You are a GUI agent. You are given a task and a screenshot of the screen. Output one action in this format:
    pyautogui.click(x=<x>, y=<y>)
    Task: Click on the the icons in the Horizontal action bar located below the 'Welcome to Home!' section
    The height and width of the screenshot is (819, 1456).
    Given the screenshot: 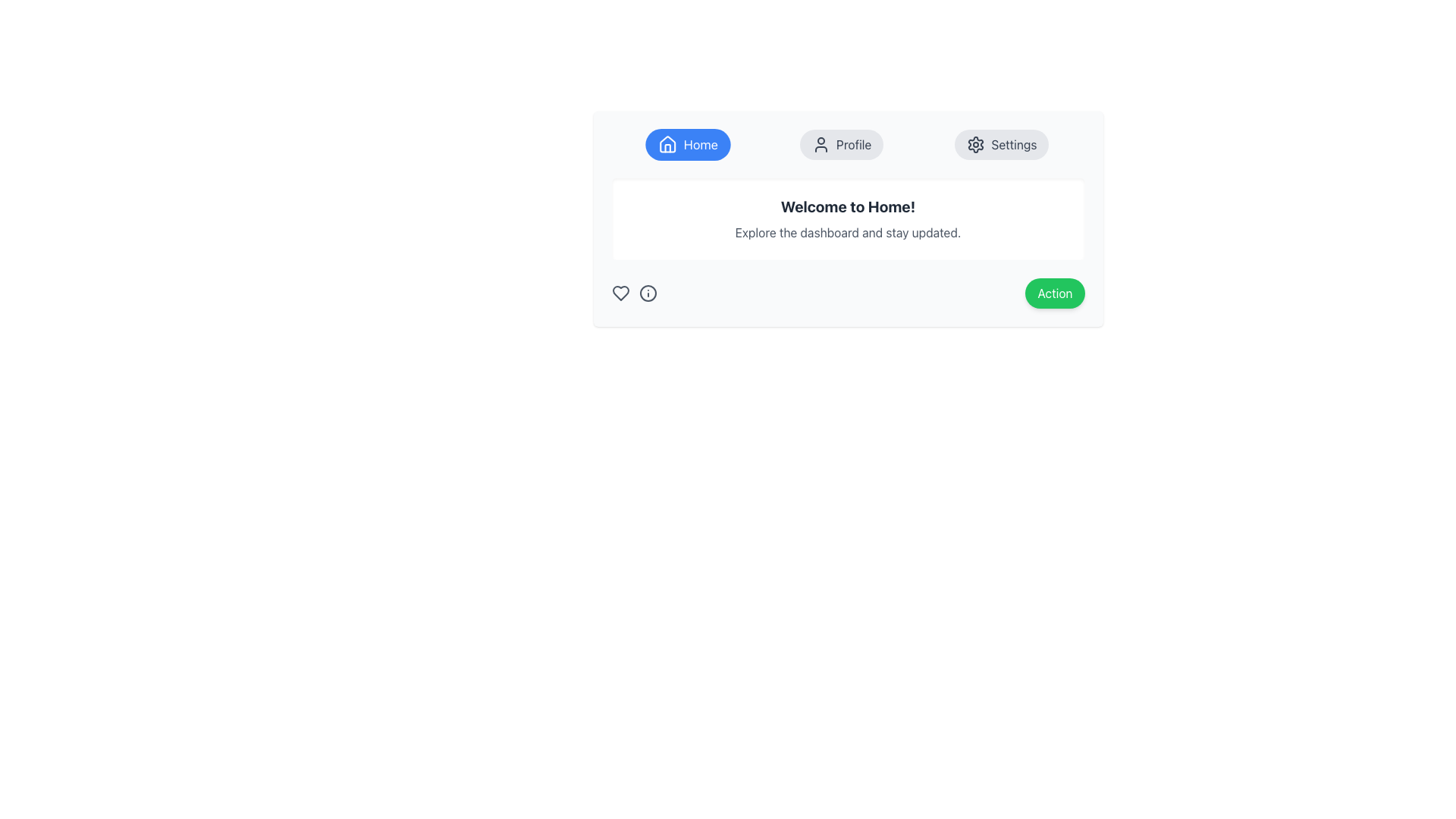 What is the action you would take?
    pyautogui.click(x=847, y=293)
    